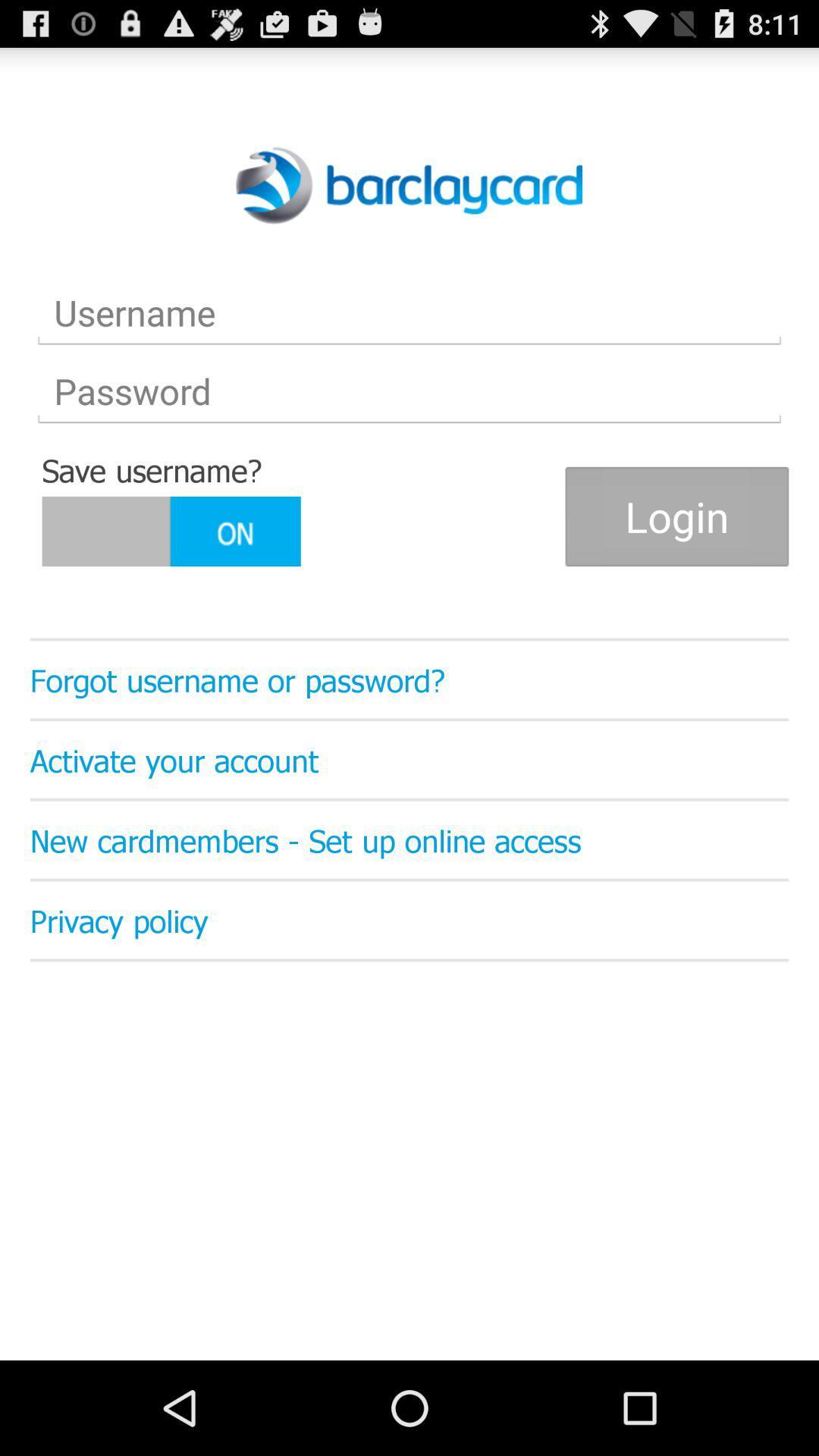  What do you see at coordinates (409, 679) in the screenshot?
I see `the forgot username or` at bounding box center [409, 679].